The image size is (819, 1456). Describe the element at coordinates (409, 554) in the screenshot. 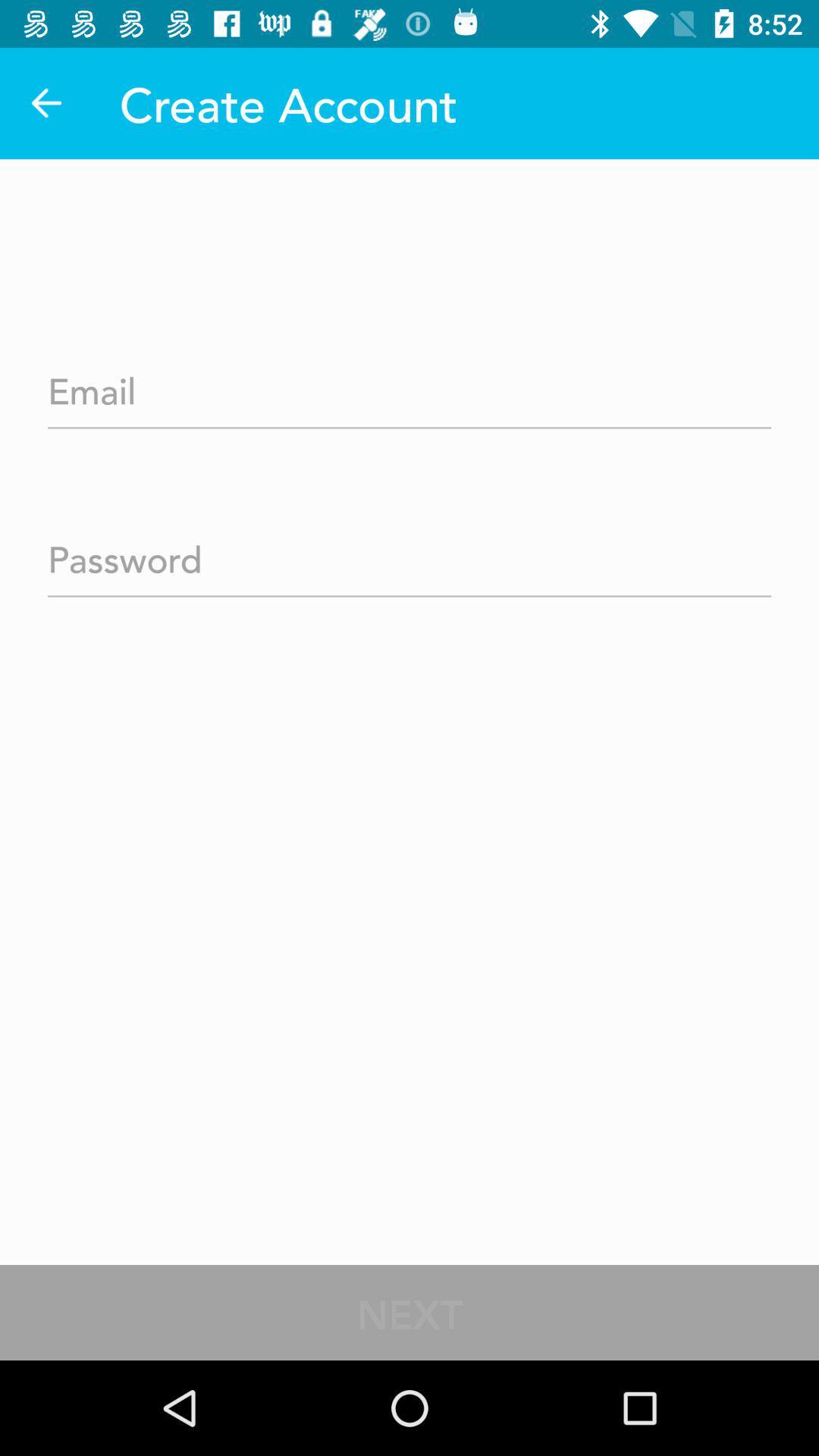

I see `password` at that location.